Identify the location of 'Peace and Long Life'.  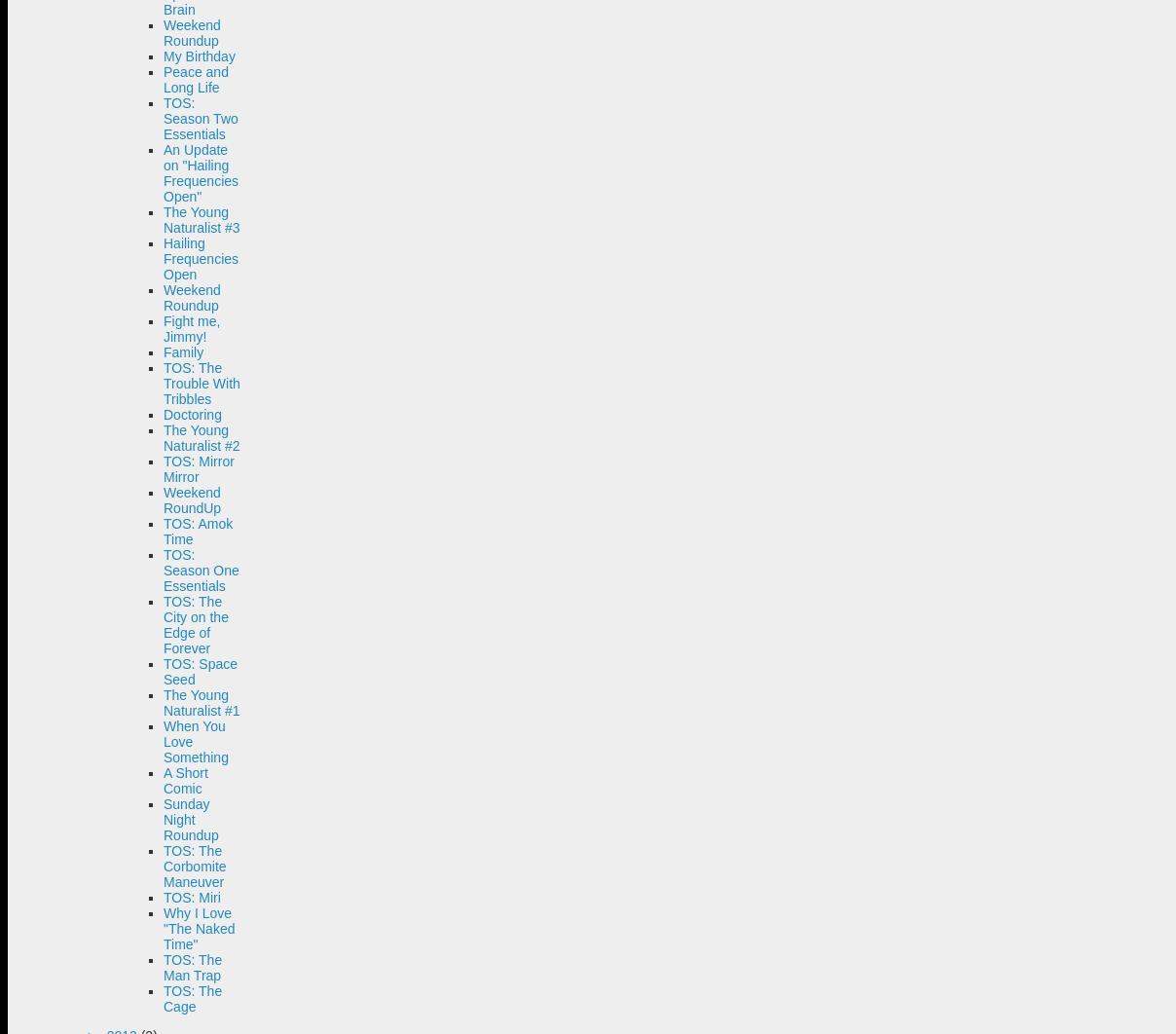
(196, 79).